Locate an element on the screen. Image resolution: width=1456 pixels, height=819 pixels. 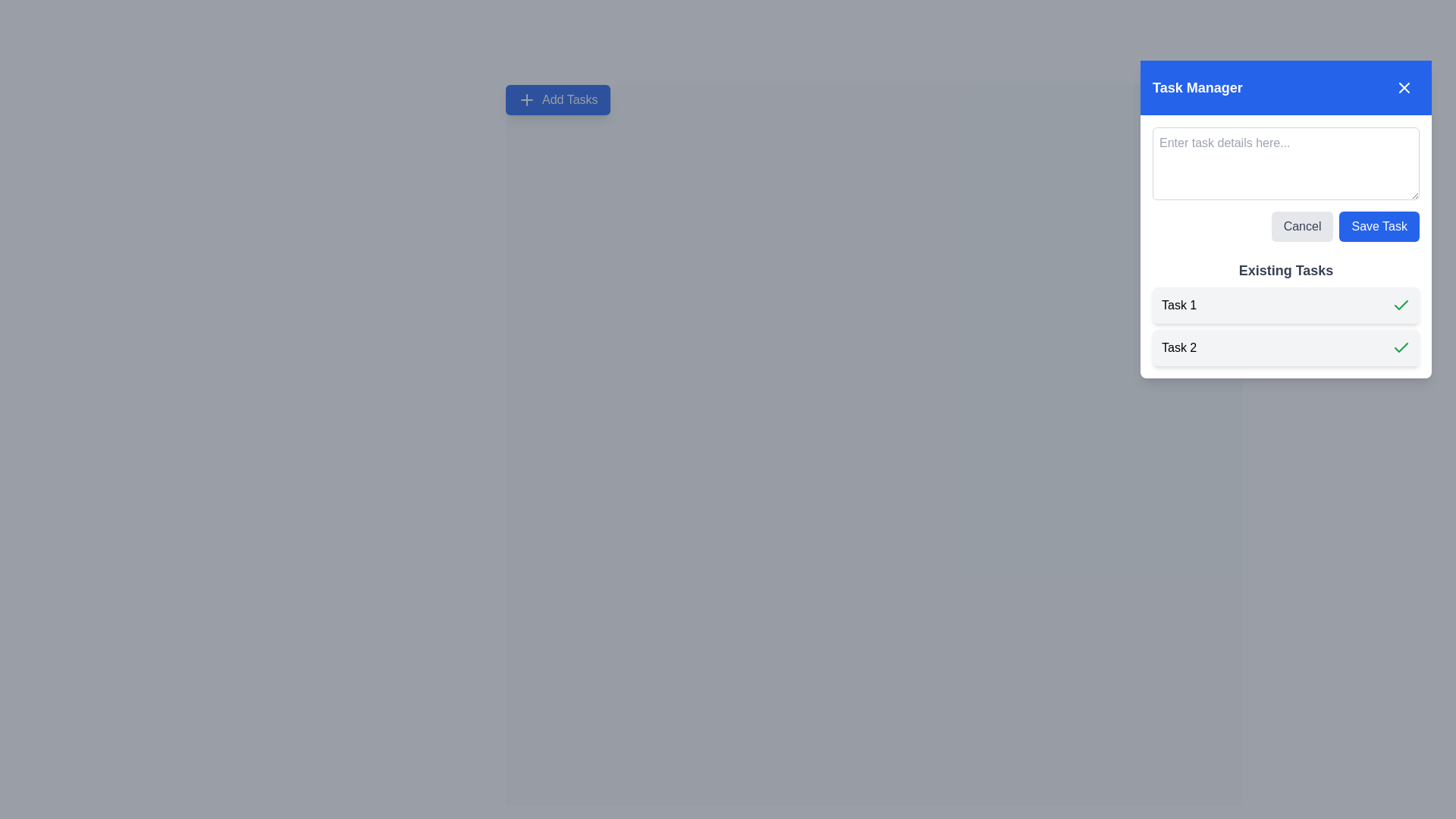
the checkmark icon representing the completion status of 'Task 2' in the 'Task Manager' panel, located next to the text label 'Task 2' is located at coordinates (1401, 304).